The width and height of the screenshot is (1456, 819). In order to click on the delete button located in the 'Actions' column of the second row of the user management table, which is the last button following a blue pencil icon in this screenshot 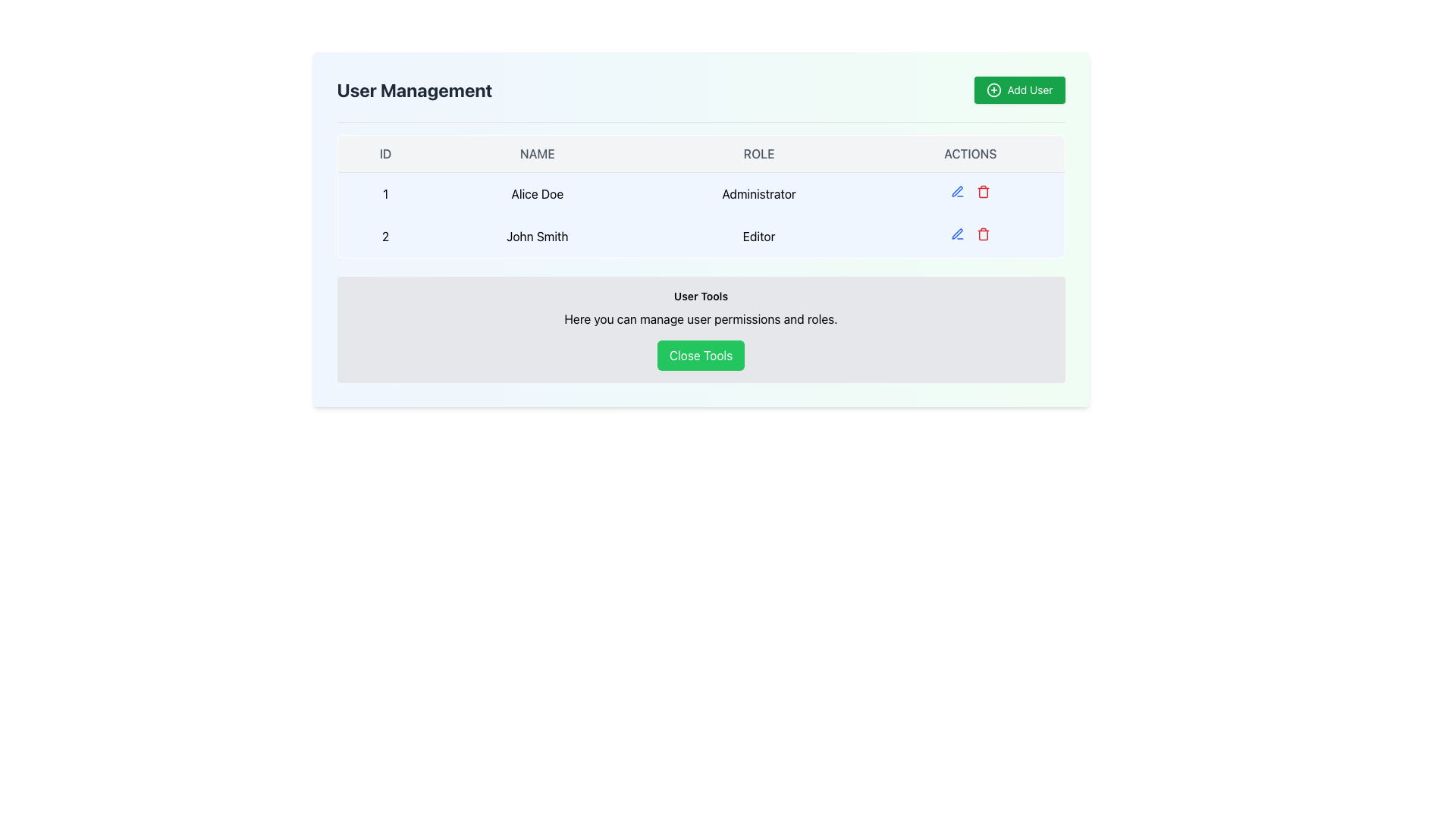, I will do `click(983, 234)`.